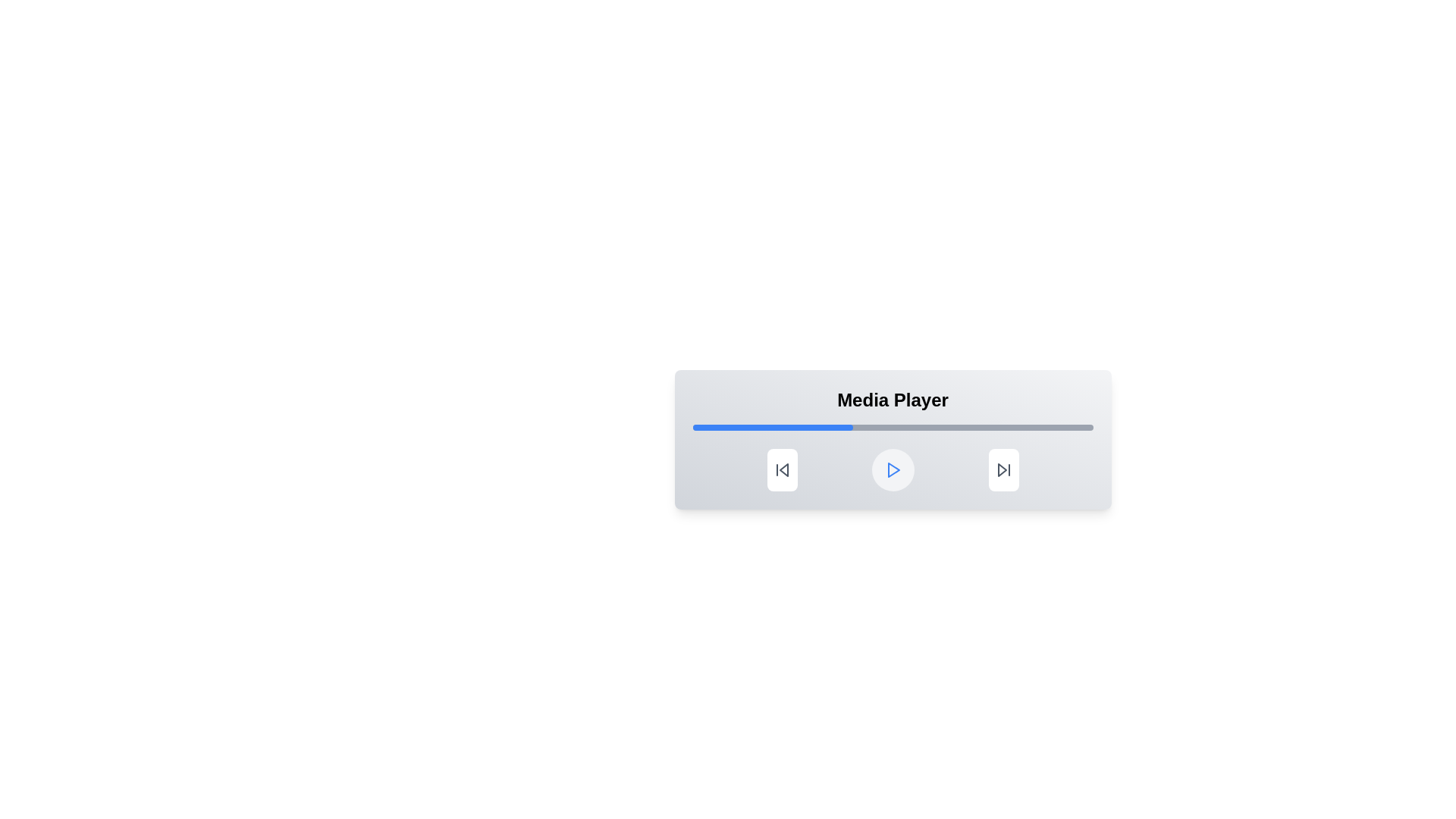 Image resolution: width=1456 pixels, height=819 pixels. I want to click on the Play Icon button, so click(893, 469).